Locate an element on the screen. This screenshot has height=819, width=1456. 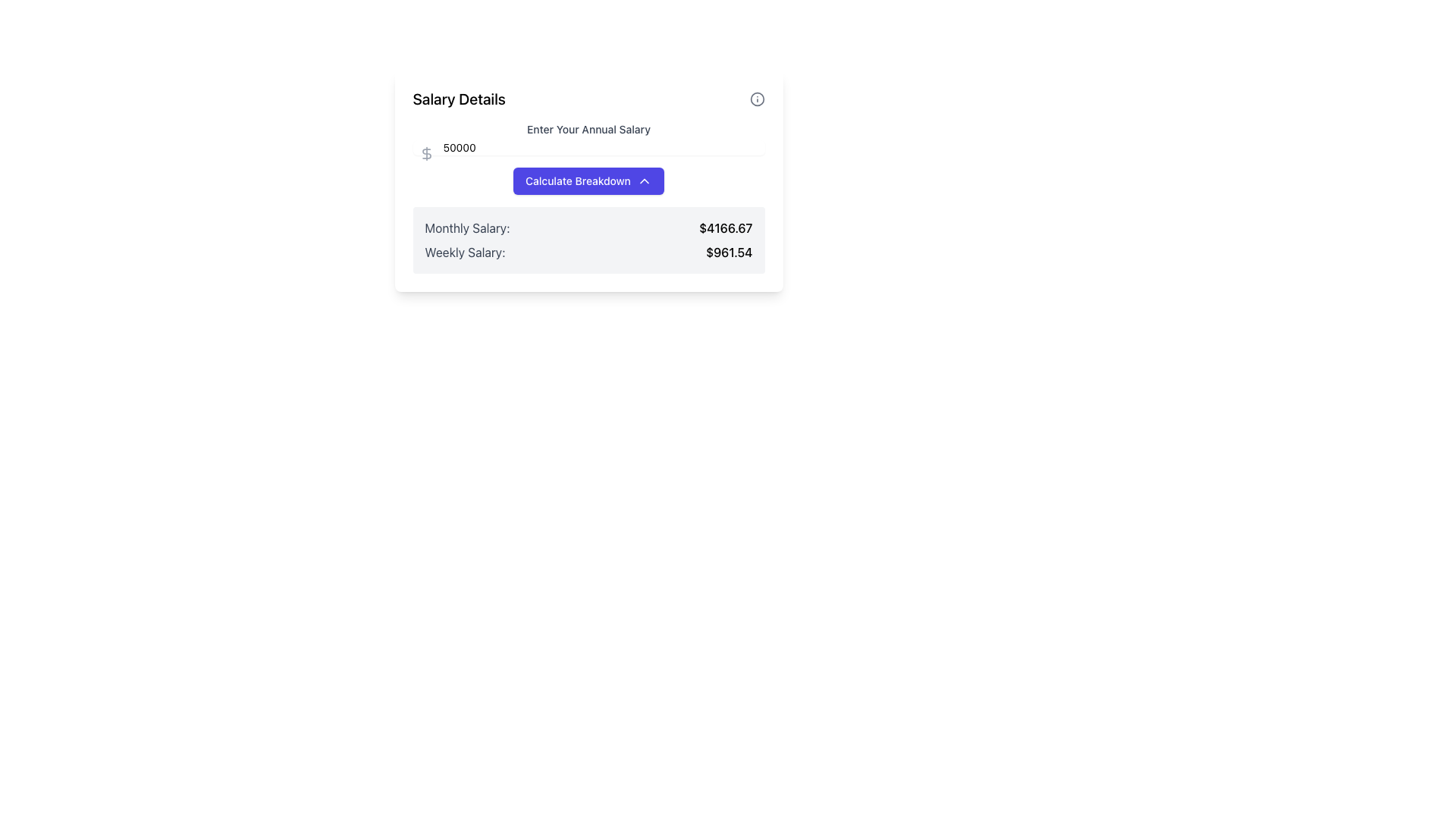
descriptive label for the input field that instructs users to input their annual salary, located at the top of the form section above the input box is located at coordinates (588, 128).